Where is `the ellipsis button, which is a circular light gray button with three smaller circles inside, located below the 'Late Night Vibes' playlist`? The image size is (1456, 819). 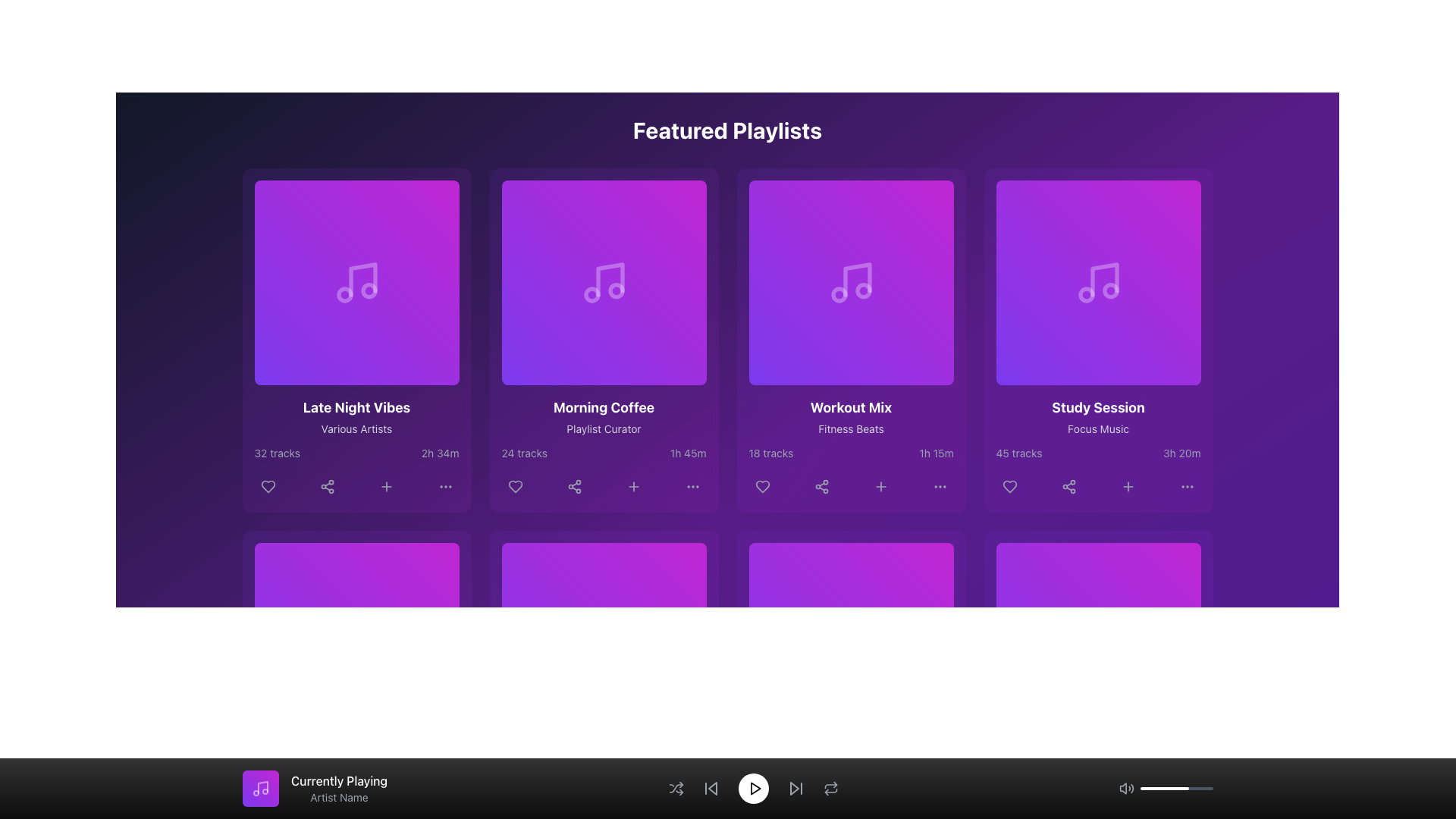
the ellipsis button, which is a circular light gray button with three smaller circles inside, located below the 'Late Night Vibes' playlist is located at coordinates (444, 486).